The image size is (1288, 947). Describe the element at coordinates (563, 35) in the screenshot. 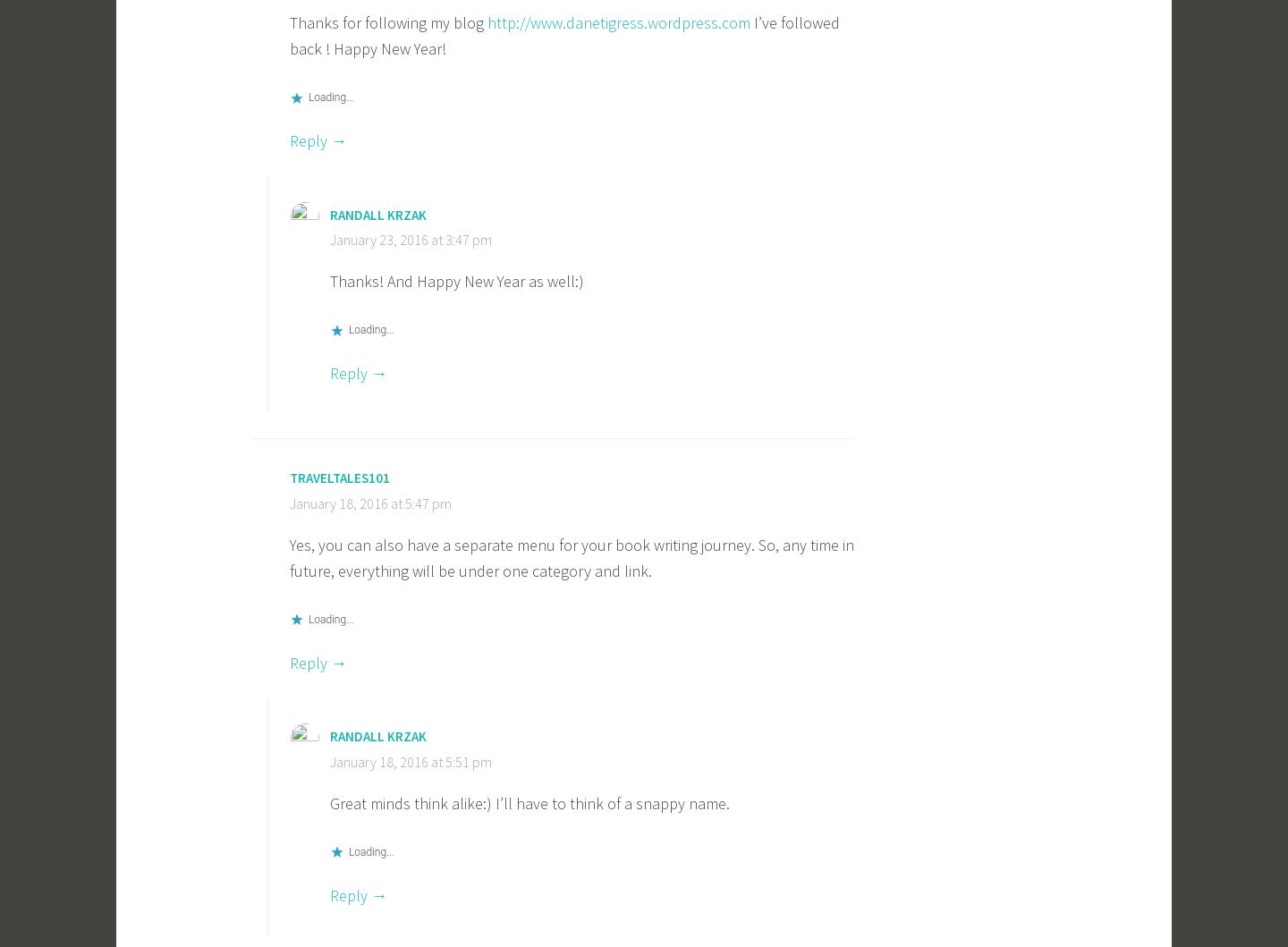

I see `'I’ve followed back ! Happy New Year!'` at that location.